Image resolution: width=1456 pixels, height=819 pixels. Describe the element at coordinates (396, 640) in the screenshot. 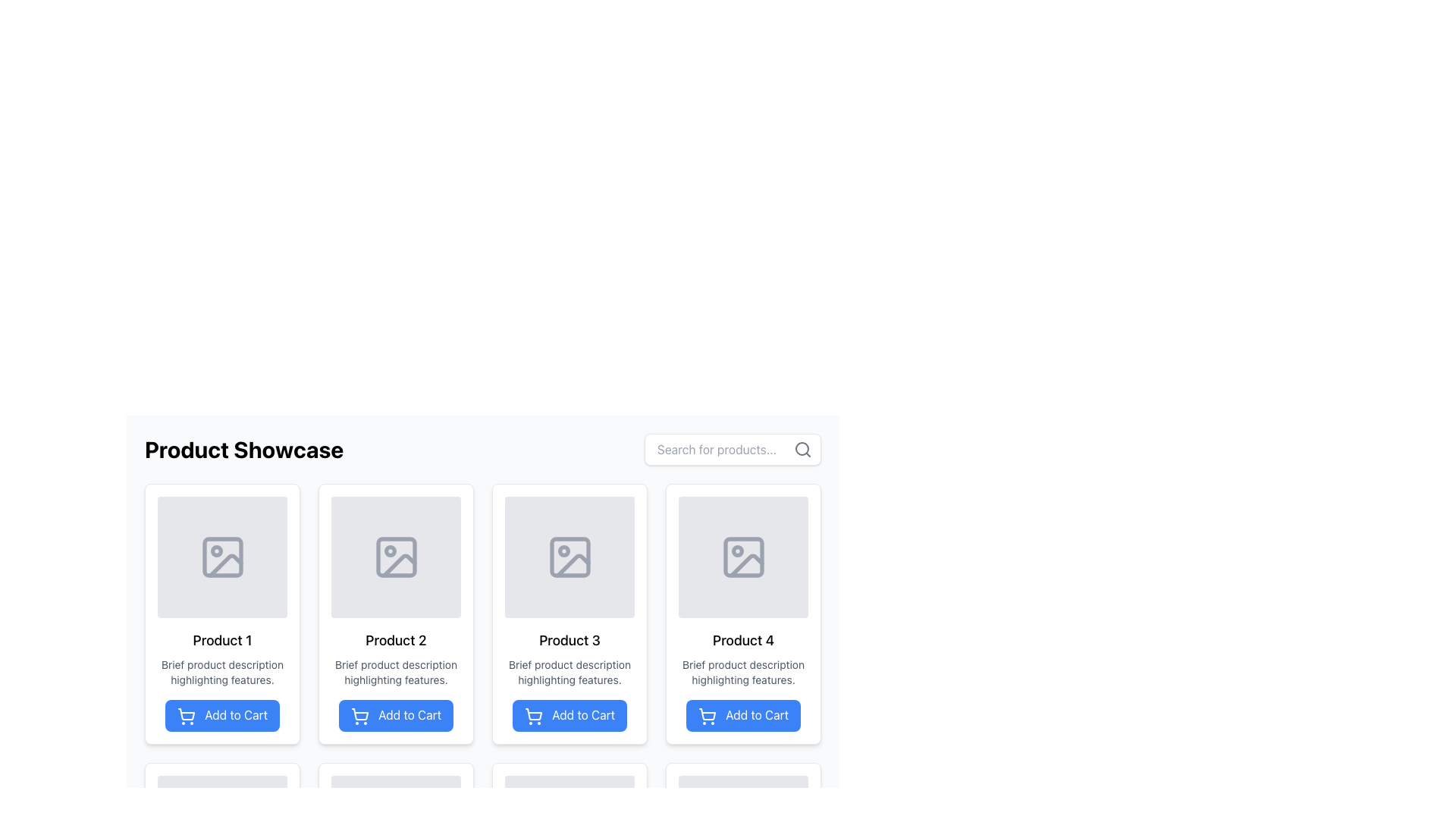

I see `the product title text label located in the second product card from the left at the top row of the product grid` at that location.